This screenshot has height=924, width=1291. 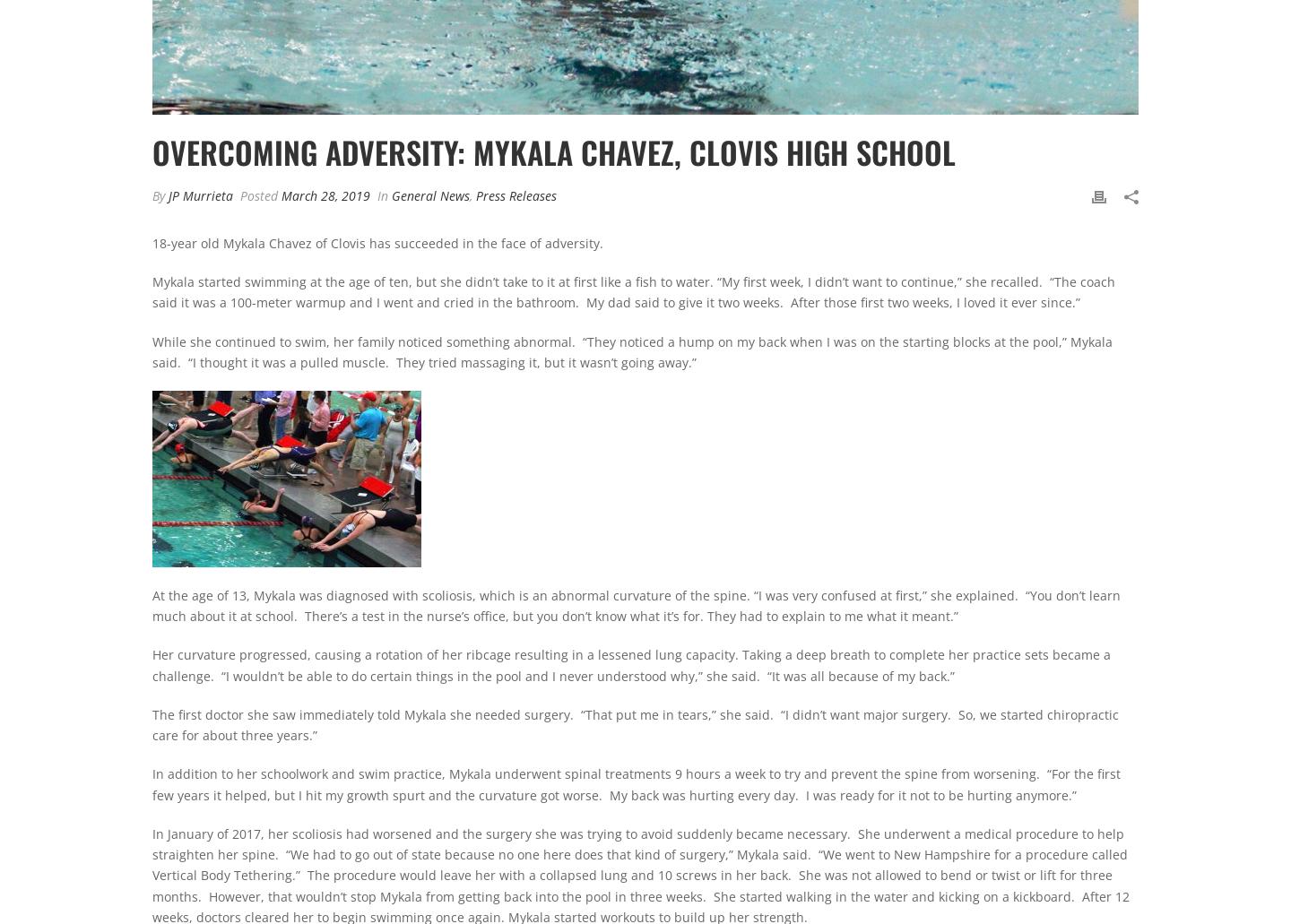 What do you see at coordinates (325, 194) in the screenshot?
I see `'March 28, 2019'` at bounding box center [325, 194].